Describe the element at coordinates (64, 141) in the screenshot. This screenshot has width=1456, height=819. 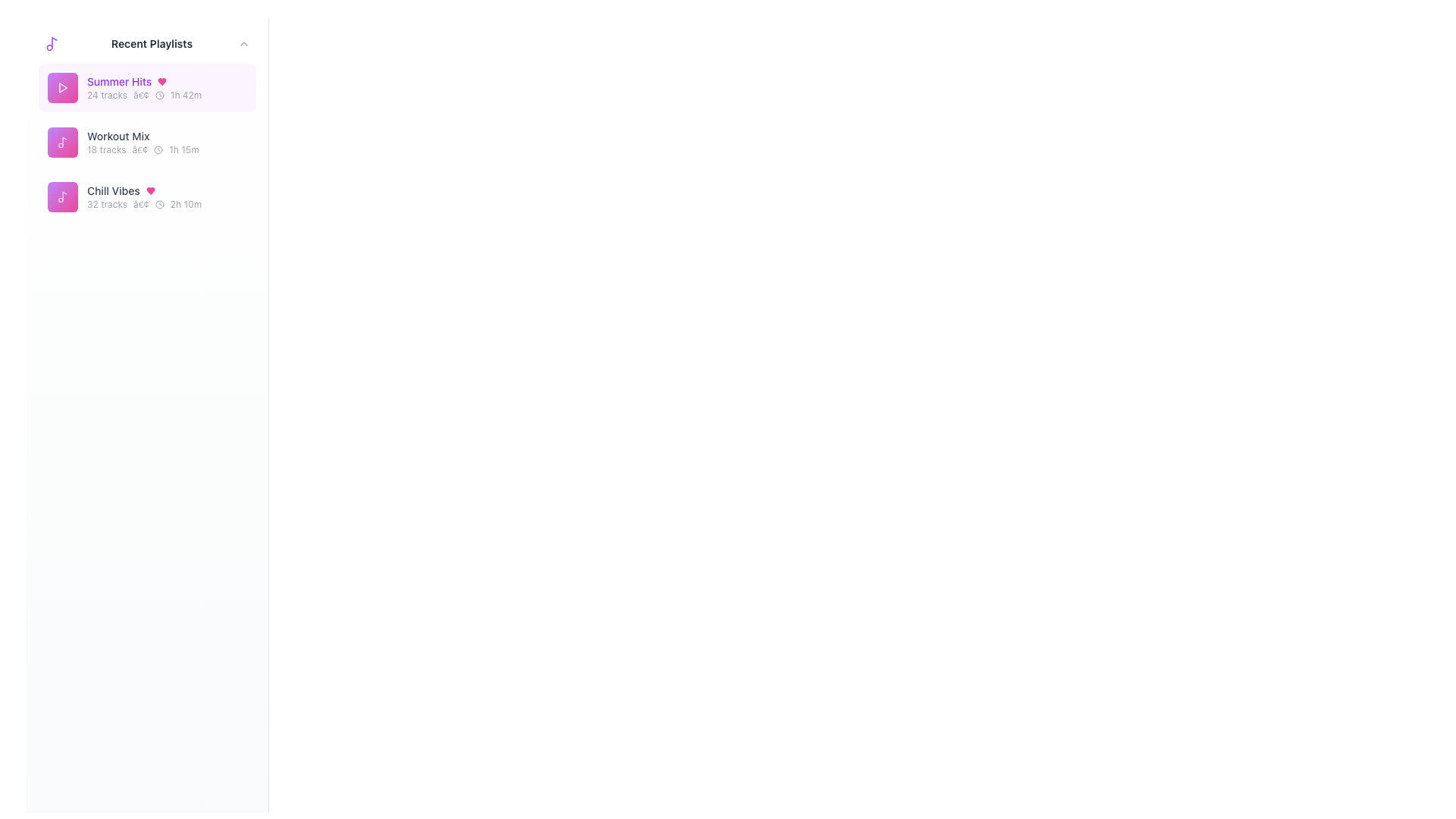
I see `the musical note icon associated with the 'Workout Mix' playlist item, which is visually represented by a vertical line with a slight curve at the top` at that location.